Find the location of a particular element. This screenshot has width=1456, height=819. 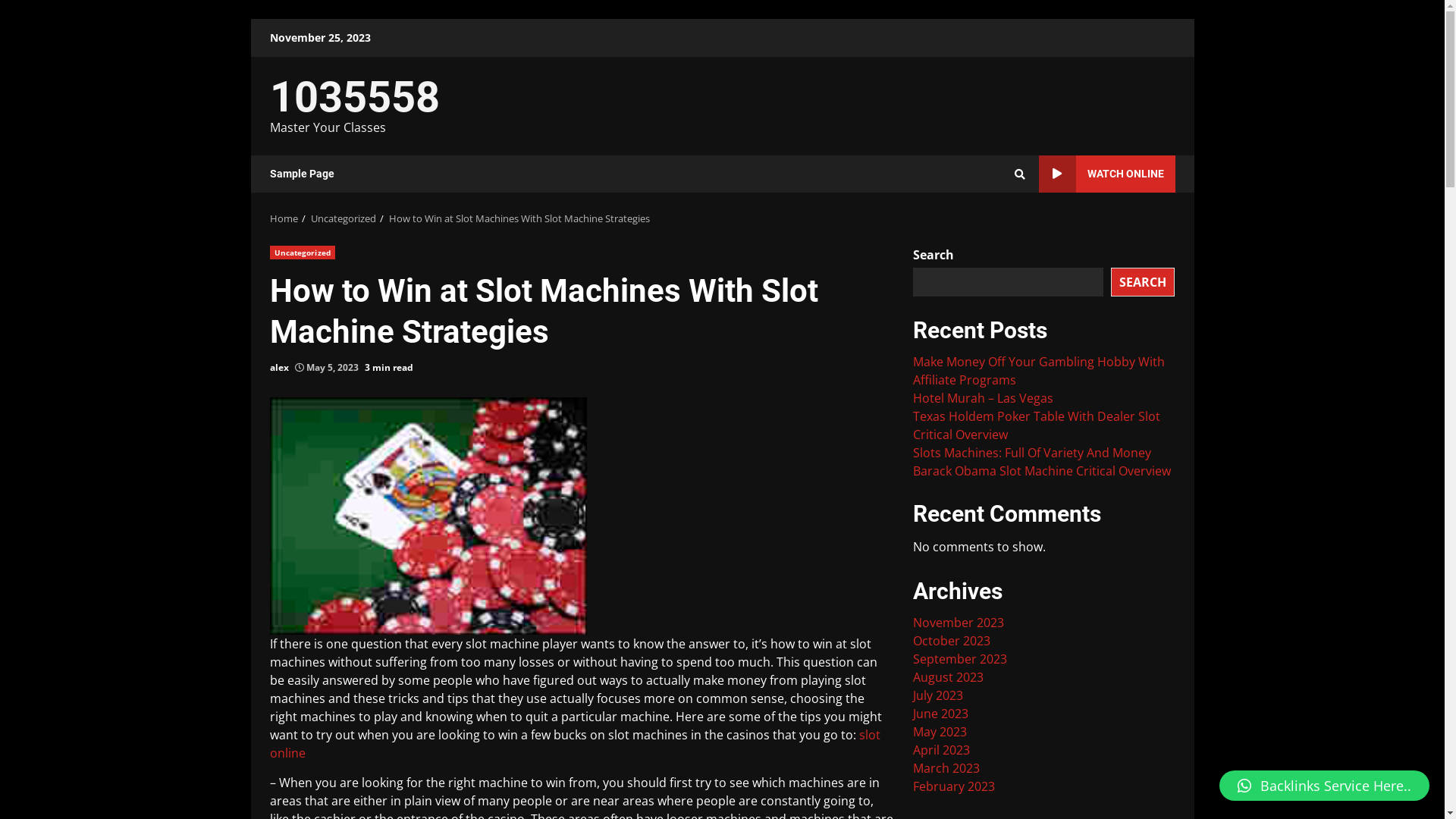

'Skip to content' is located at coordinates (250, 18).